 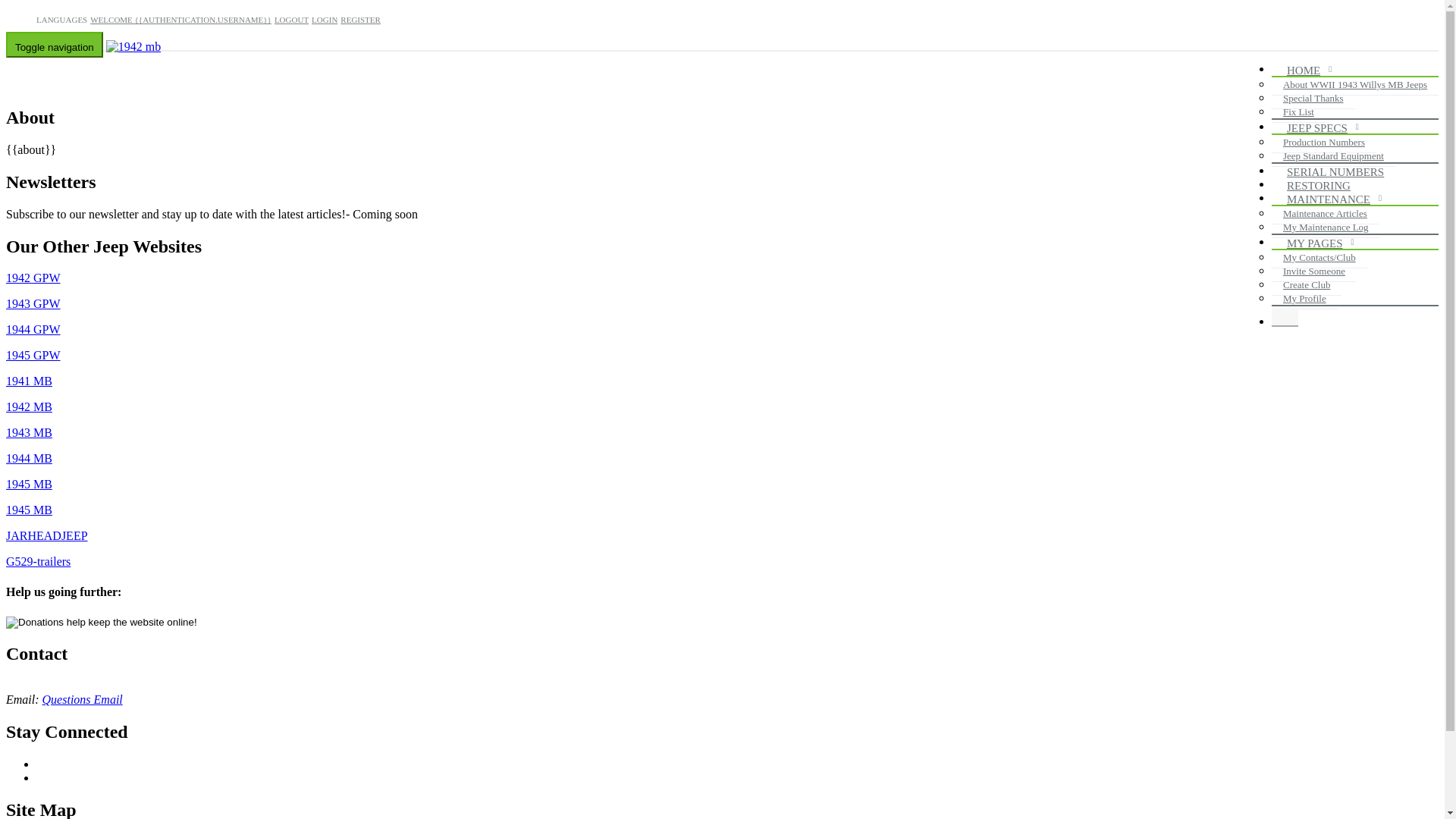 I want to click on '1944 MB', so click(x=6, y=457).